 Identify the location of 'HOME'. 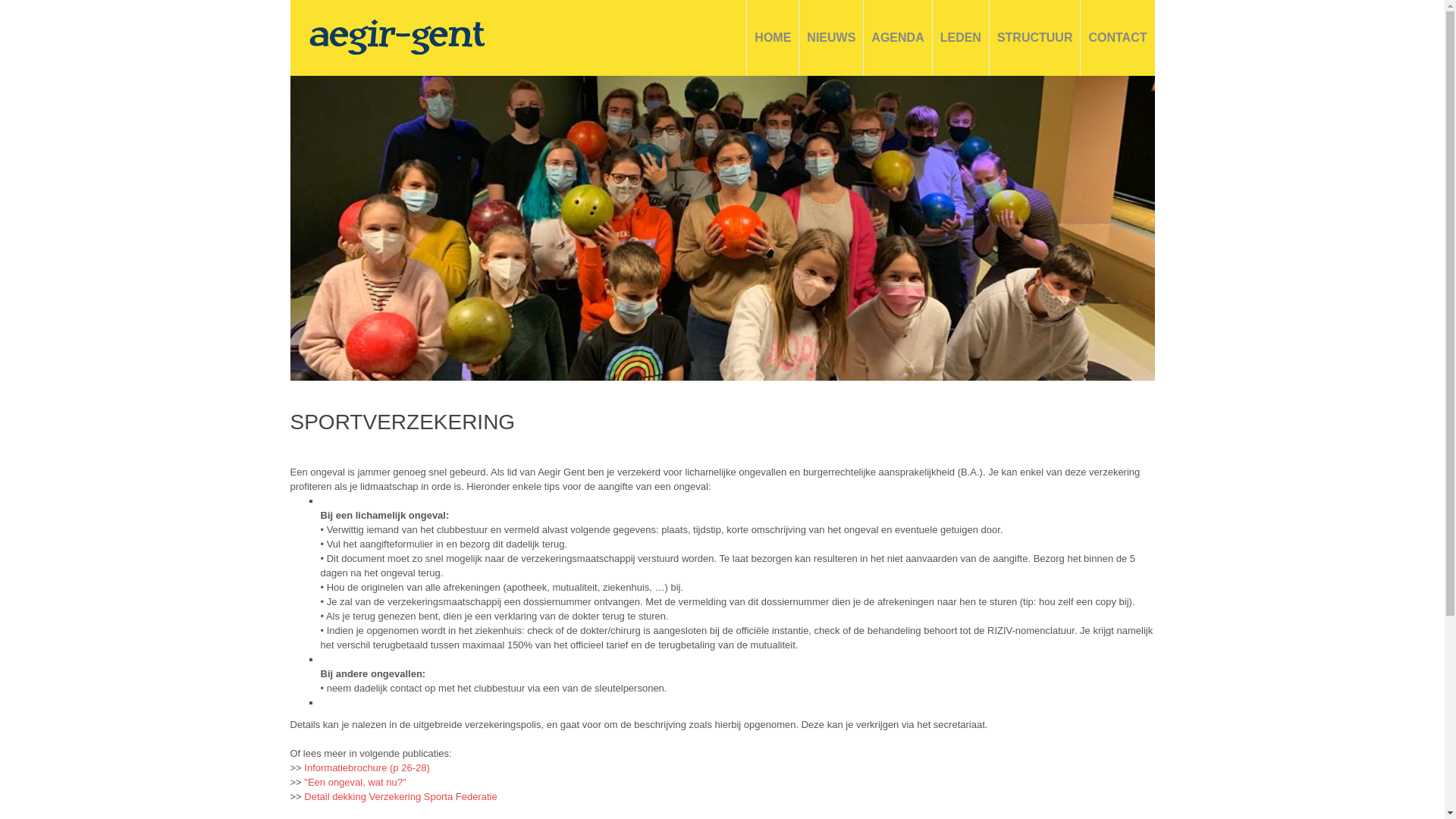
(772, 37).